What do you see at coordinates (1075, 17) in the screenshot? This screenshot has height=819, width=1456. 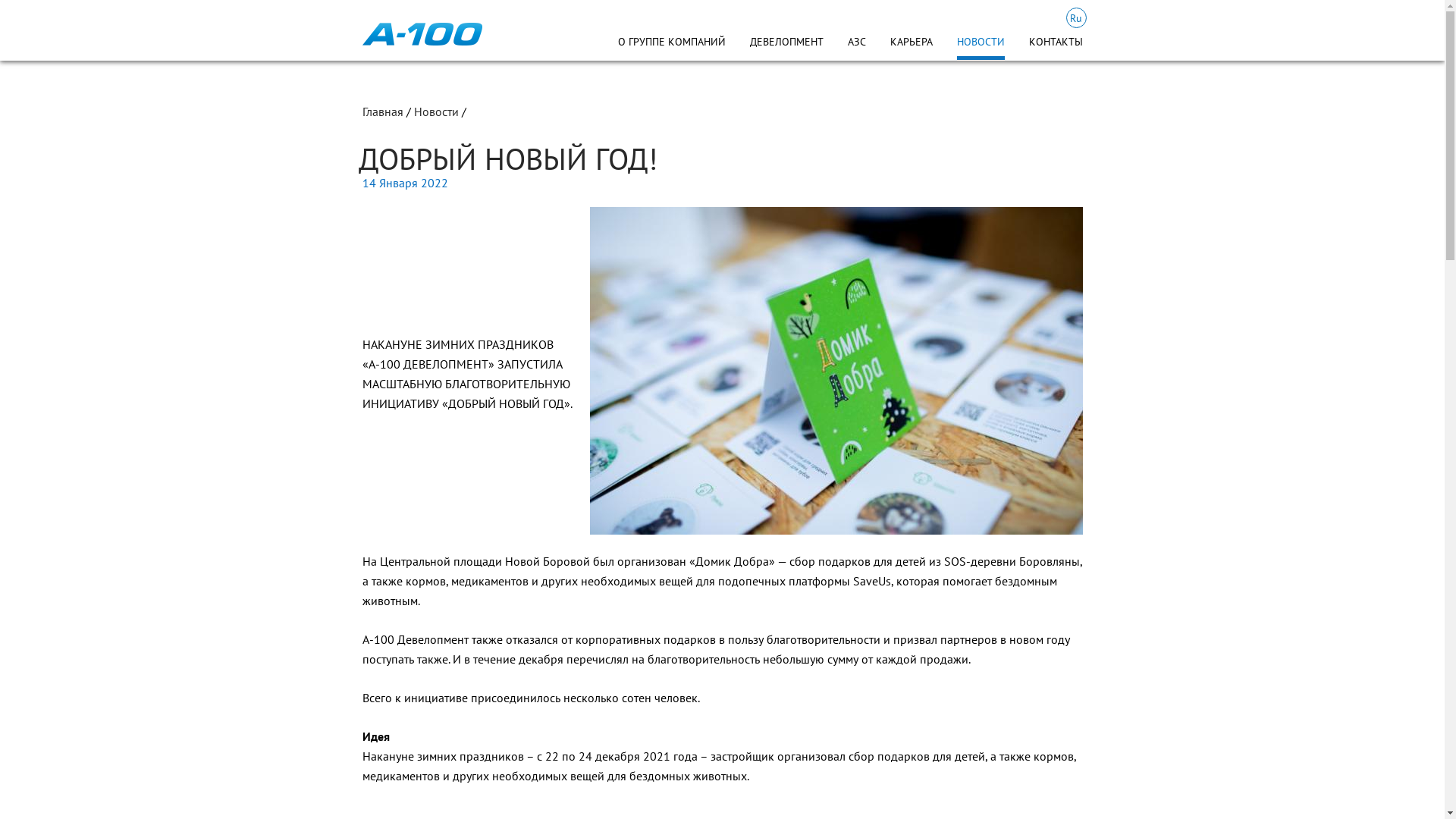 I see `'Ru'` at bounding box center [1075, 17].